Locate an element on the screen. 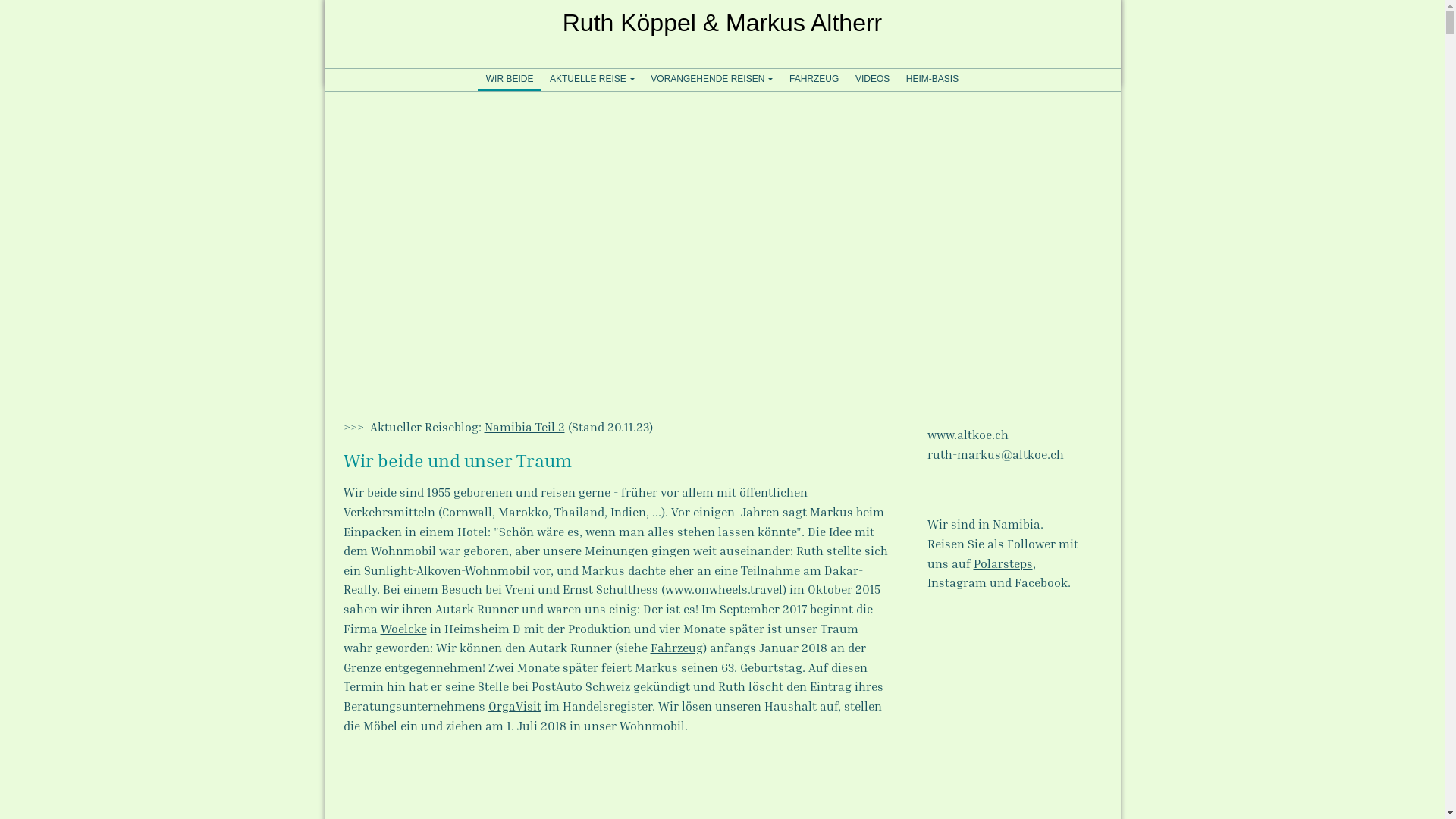 The image size is (1456, 819). 'OrgaVisit' is located at coordinates (514, 705).